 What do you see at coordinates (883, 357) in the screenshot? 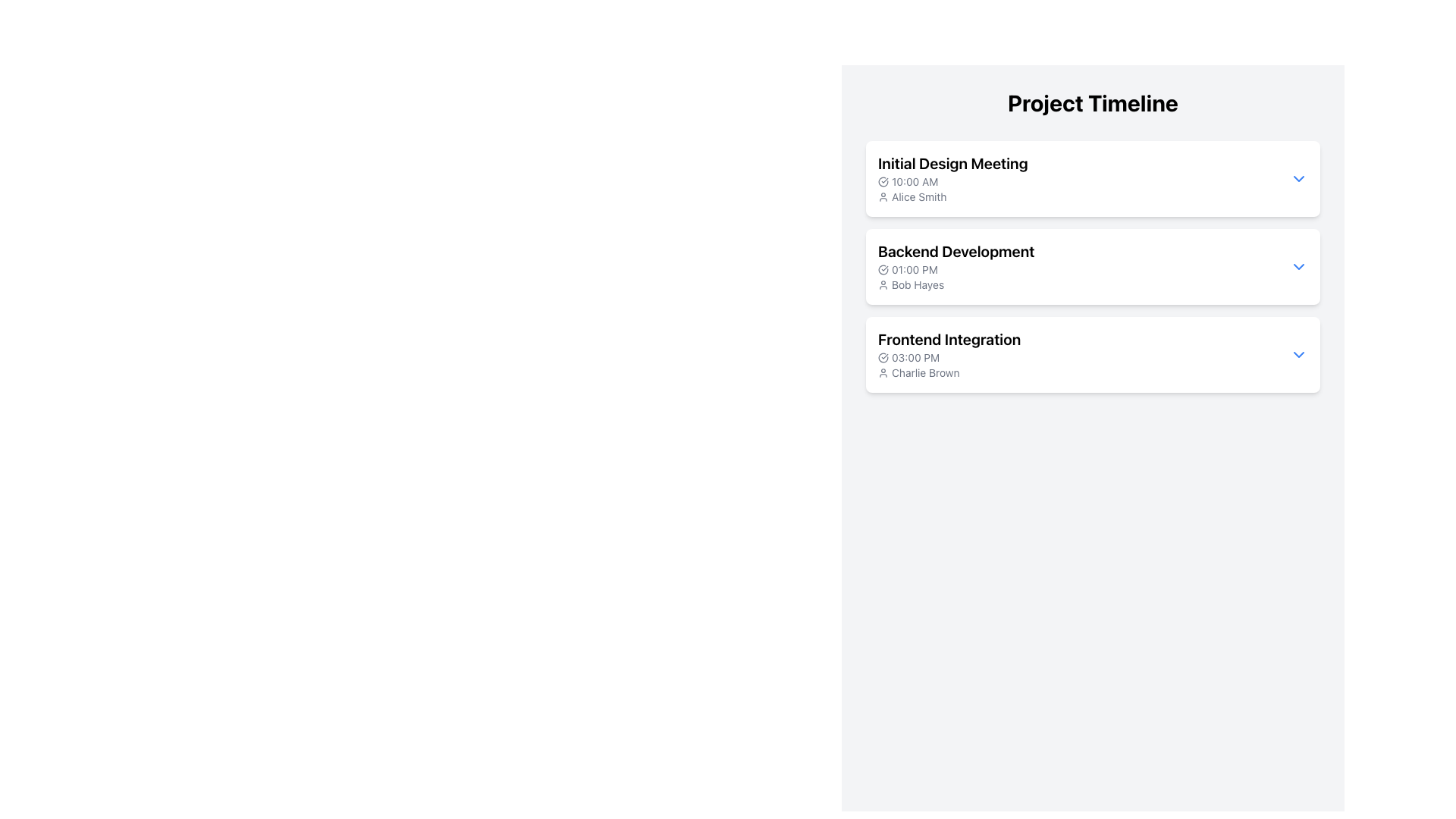
I see `the checkmark icon located to the immediate left of the time label '03:00 PM' in the 'Frontend Integration' section of the timeline list to observe any visual changes` at bounding box center [883, 357].